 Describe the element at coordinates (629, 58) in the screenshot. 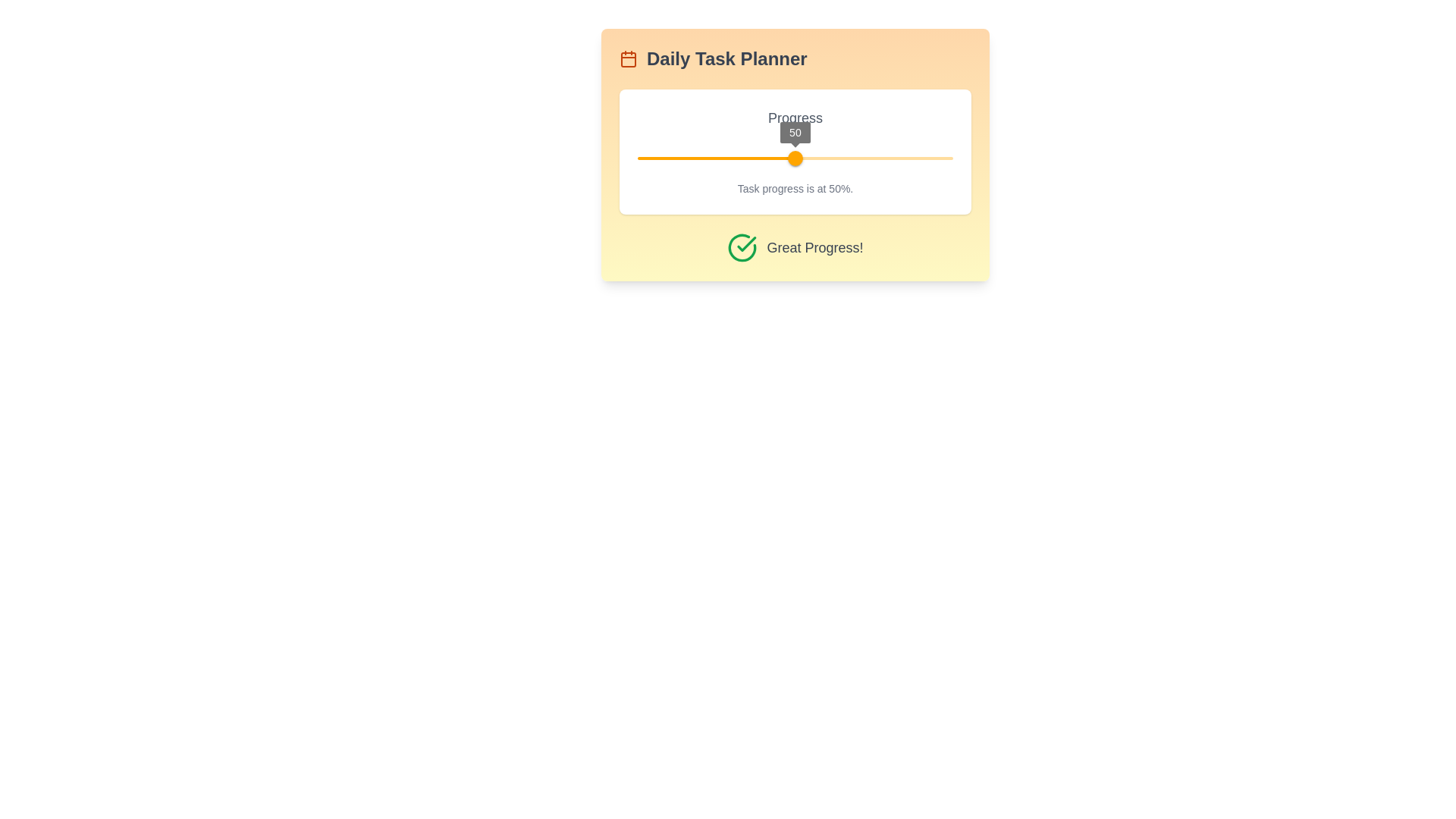

I see `the compact calendar icon with an orange stroke located beside the title 'Daily Task Planner' at the top left corner of the widget` at that location.